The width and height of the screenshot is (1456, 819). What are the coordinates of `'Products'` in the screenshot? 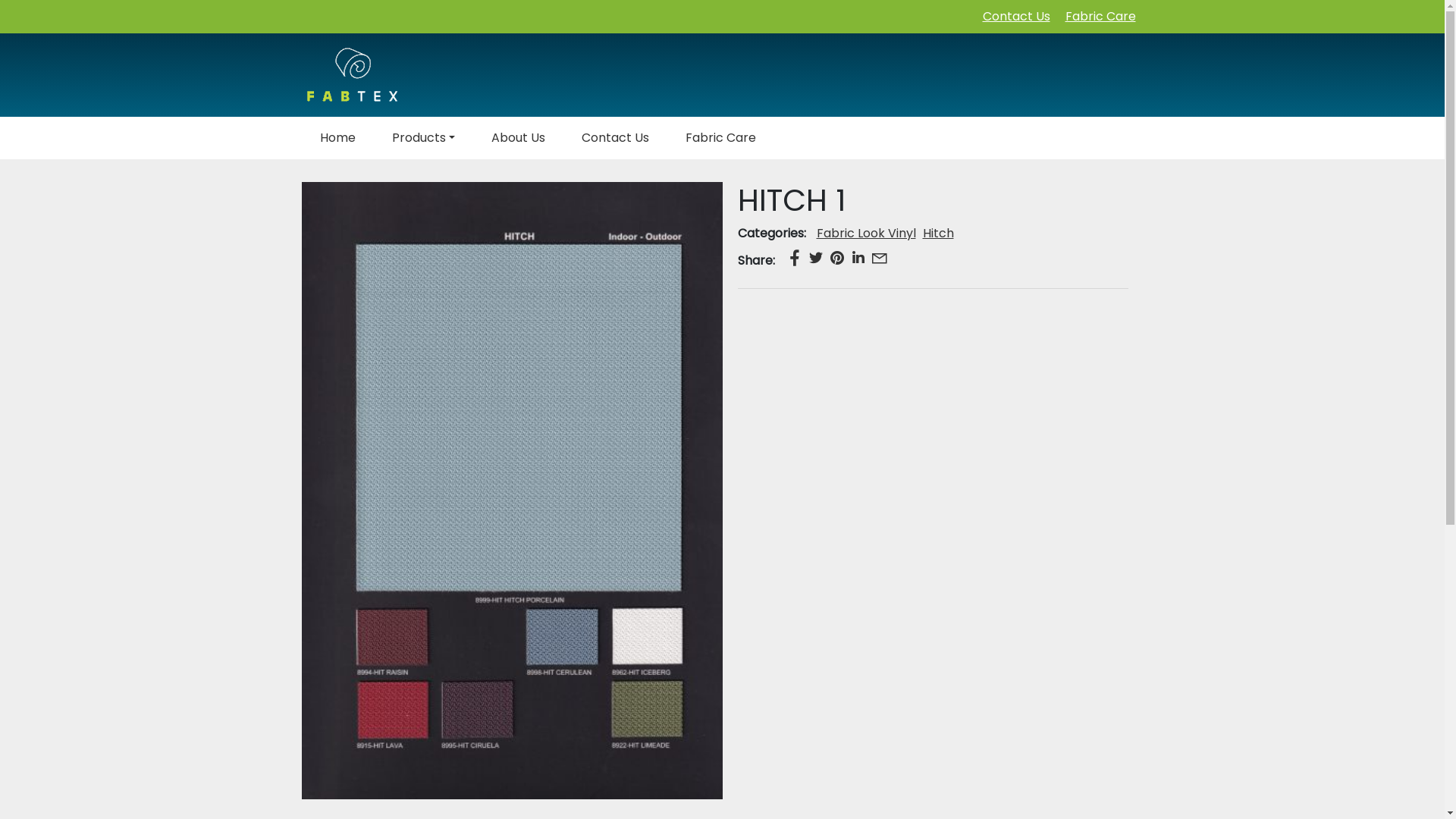 It's located at (422, 137).